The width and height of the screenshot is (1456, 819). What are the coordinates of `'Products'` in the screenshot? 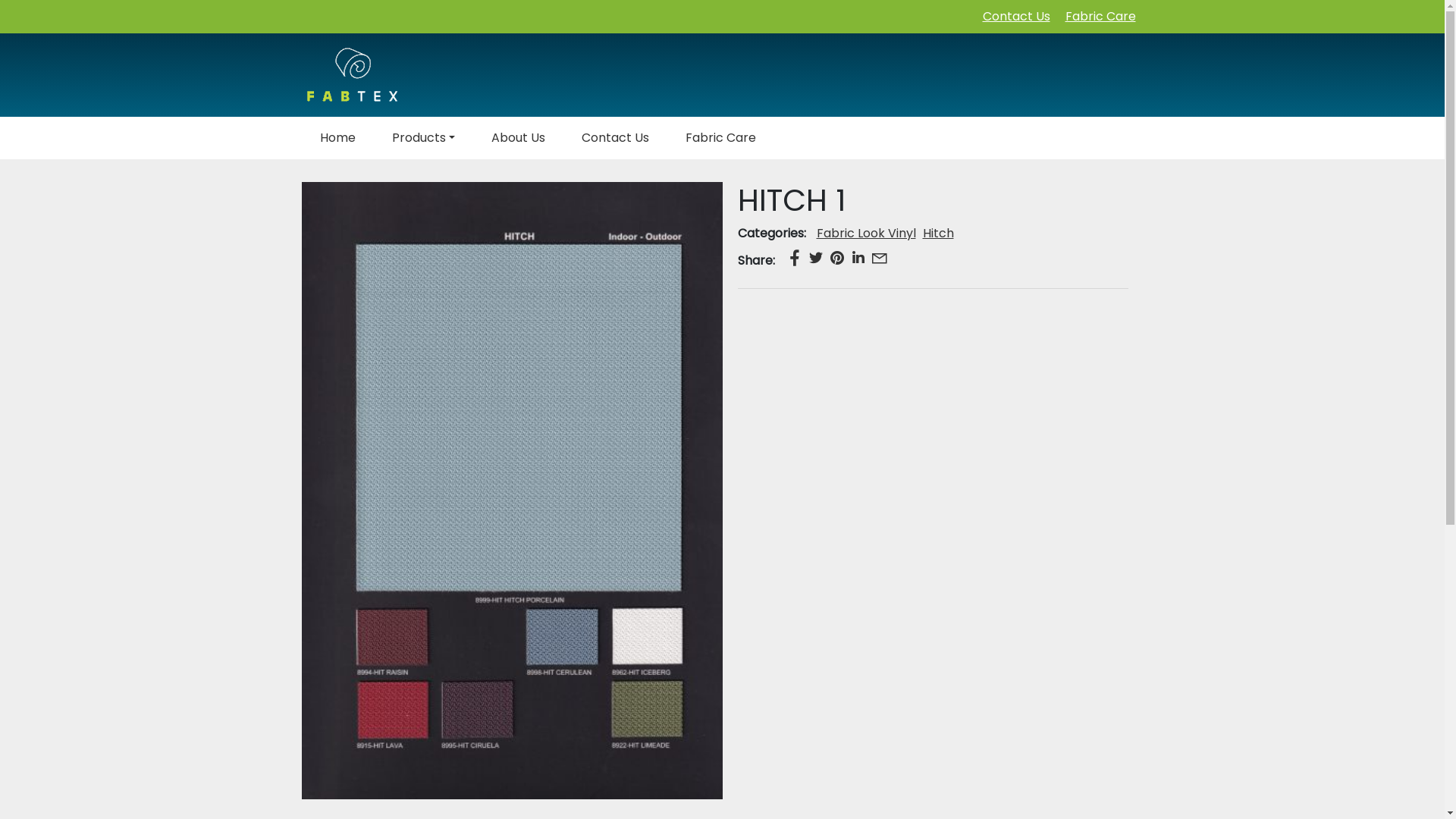 It's located at (422, 137).